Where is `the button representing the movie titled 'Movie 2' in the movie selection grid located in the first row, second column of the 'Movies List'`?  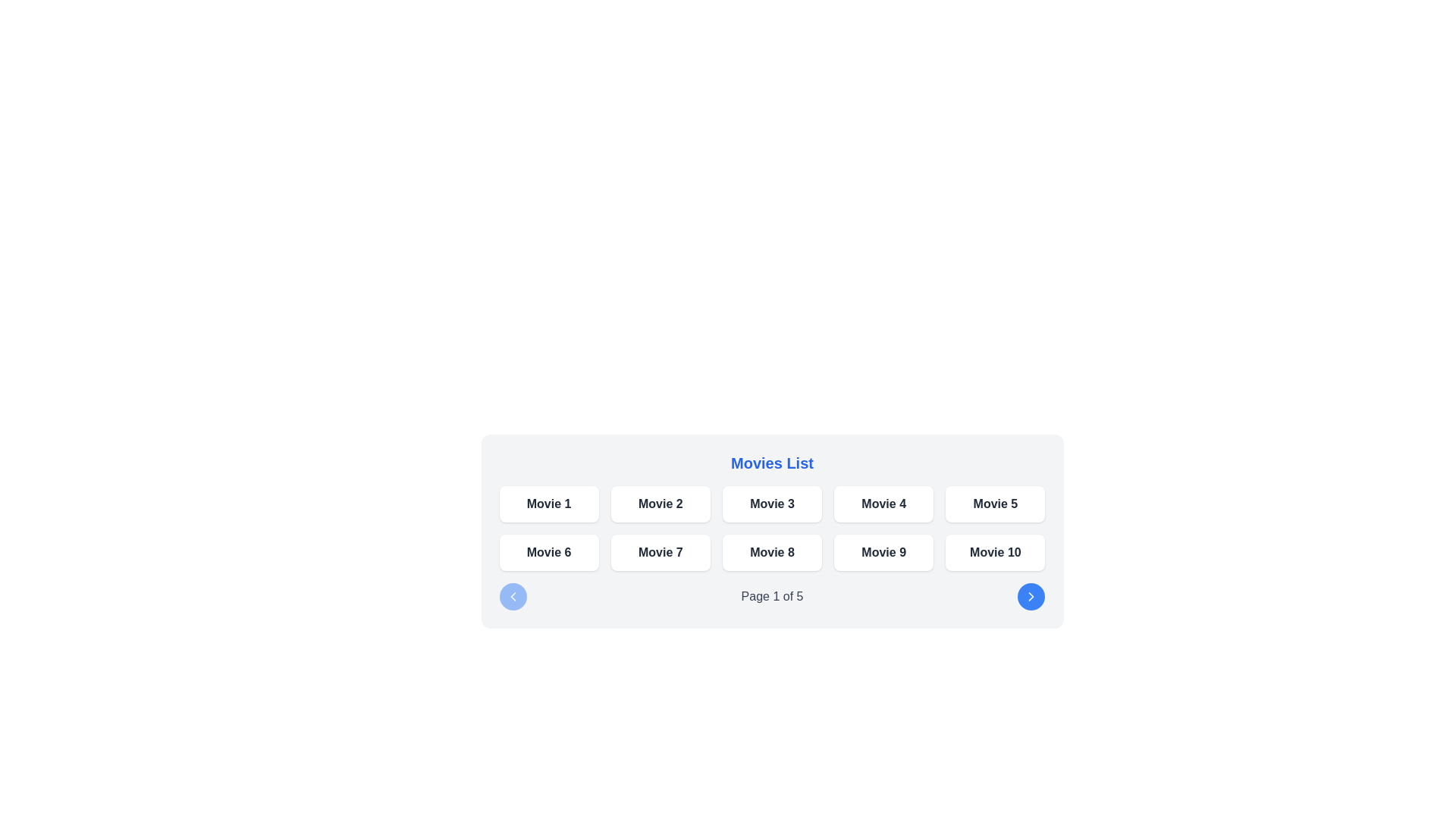 the button representing the movie titled 'Movie 2' in the movie selection grid located in the first row, second column of the 'Movies List' is located at coordinates (661, 504).